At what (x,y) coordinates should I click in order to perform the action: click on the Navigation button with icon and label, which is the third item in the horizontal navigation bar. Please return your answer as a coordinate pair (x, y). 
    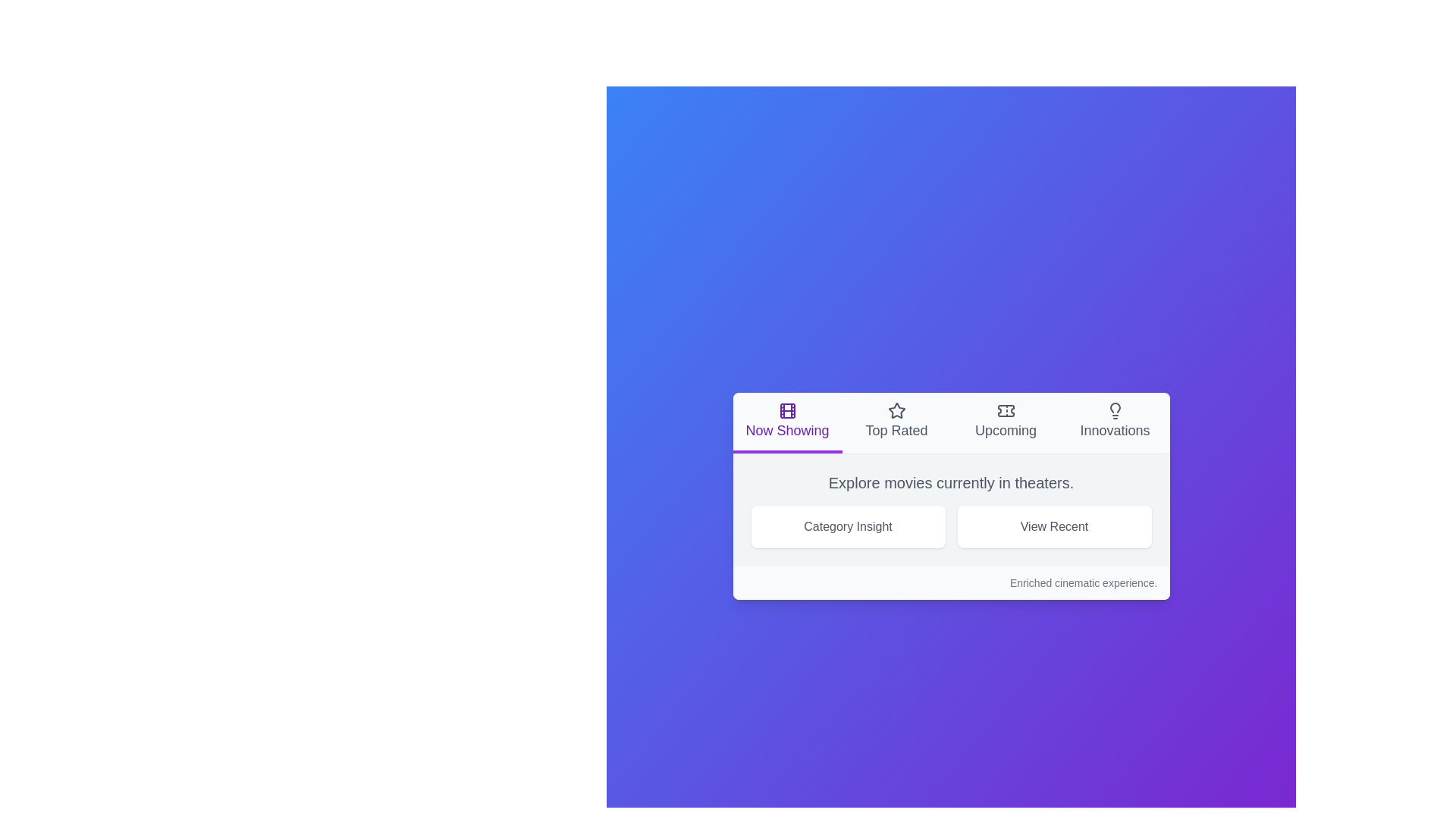
    Looking at the image, I should click on (1006, 421).